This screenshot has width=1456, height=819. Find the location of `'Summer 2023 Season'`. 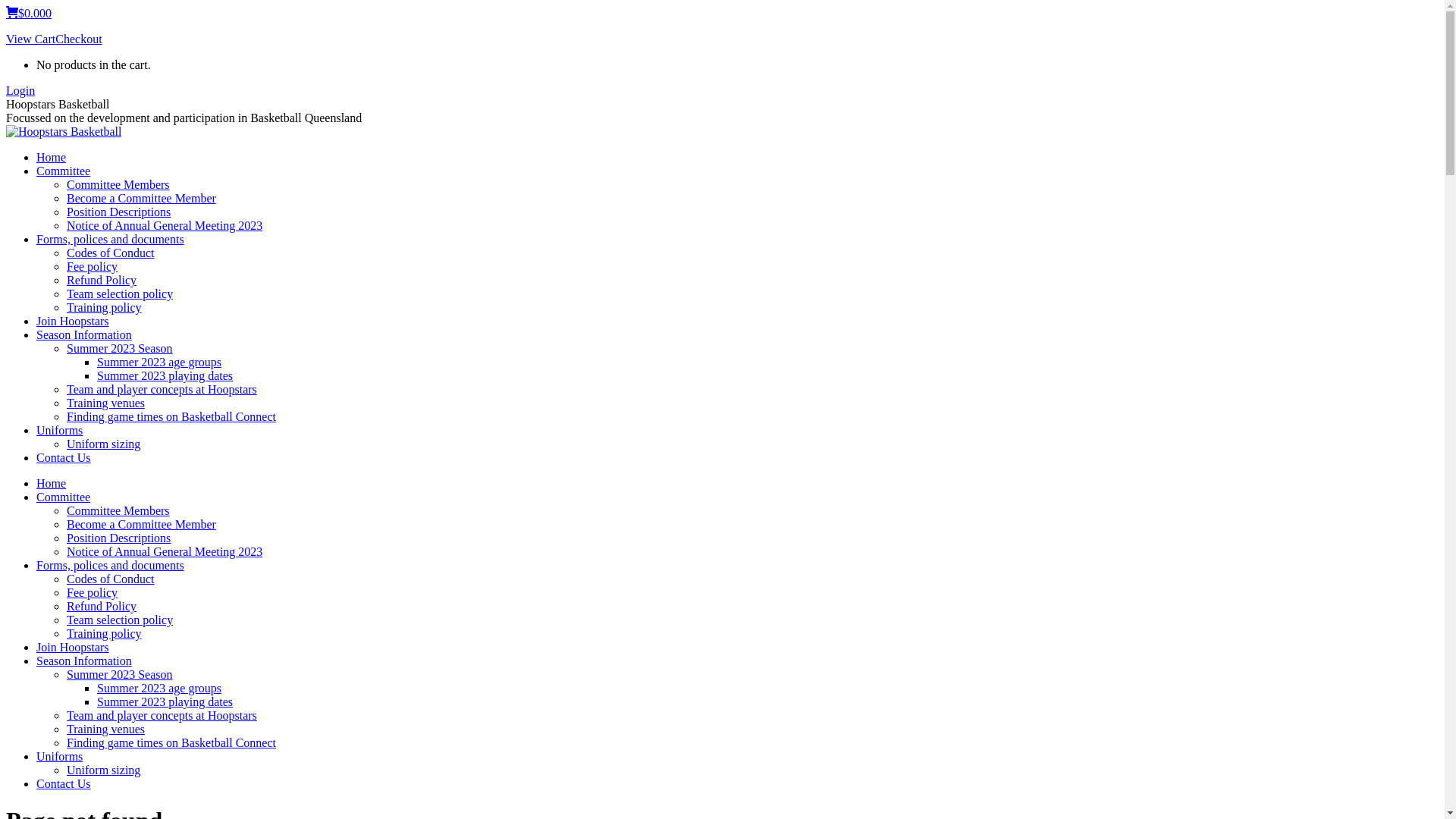

'Summer 2023 Season' is located at coordinates (119, 348).